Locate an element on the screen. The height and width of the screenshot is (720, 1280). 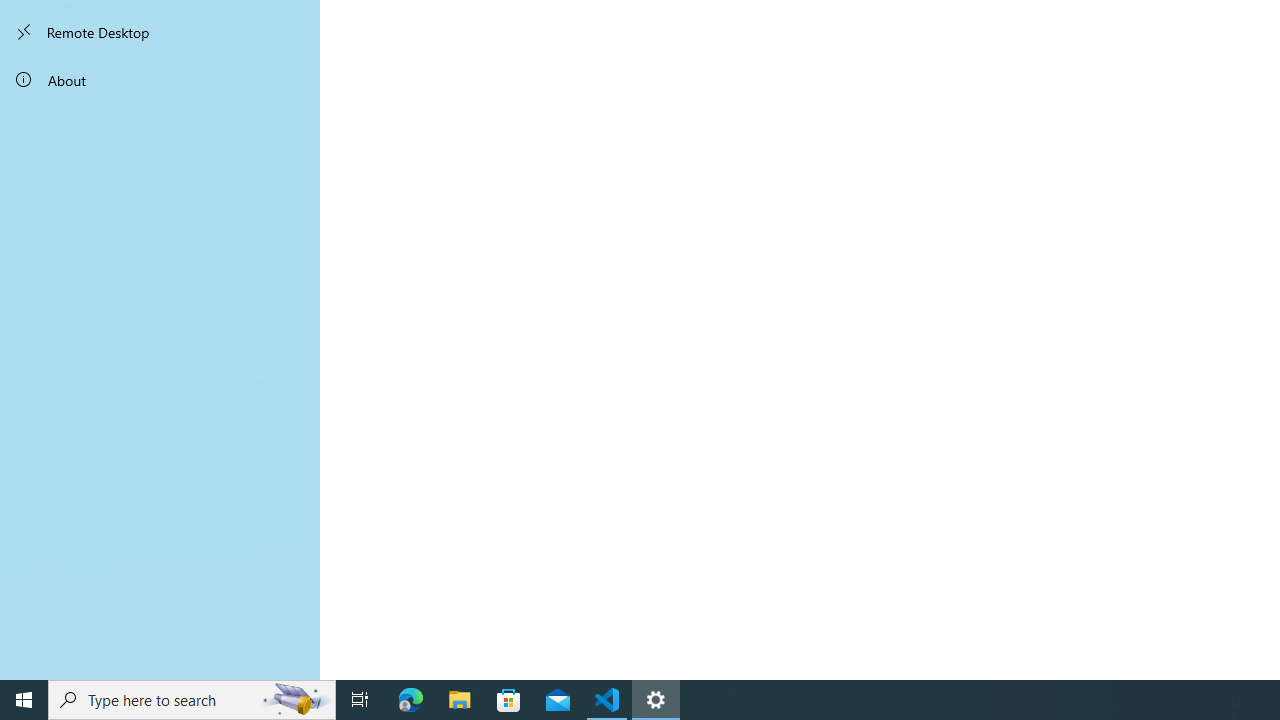
'About' is located at coordinates (160, 78).